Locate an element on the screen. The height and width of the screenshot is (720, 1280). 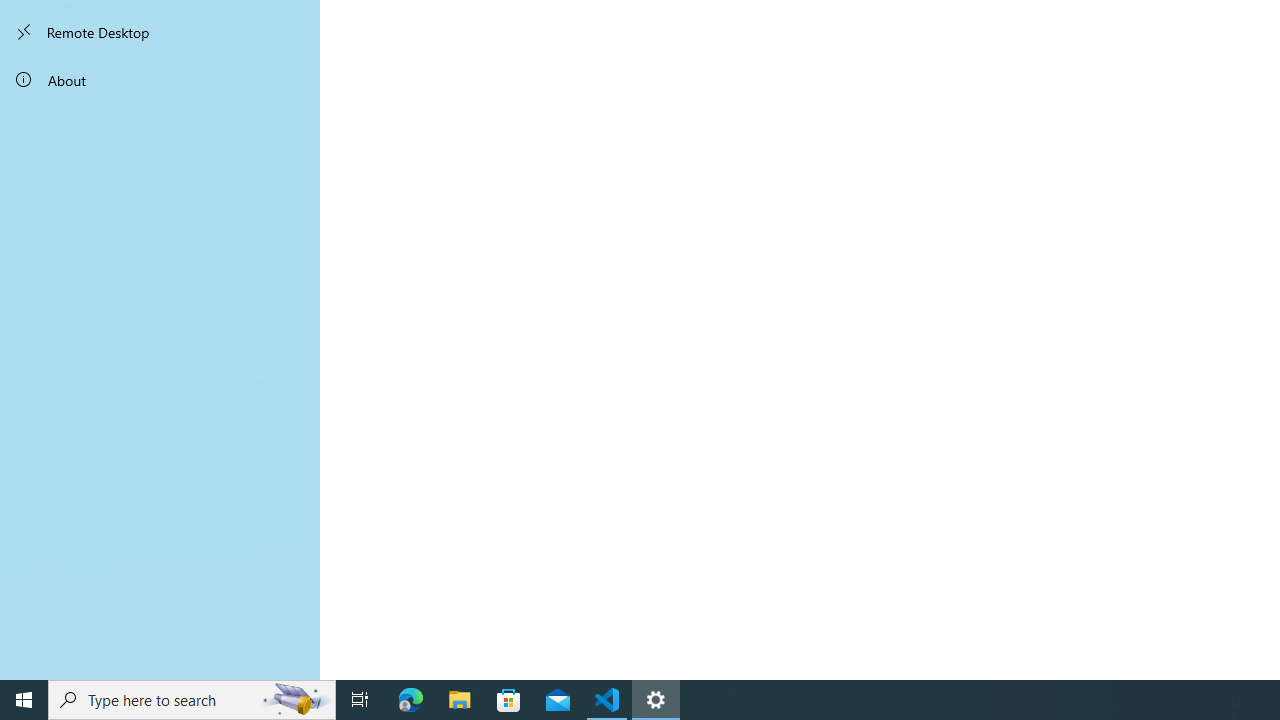
'About' is located at coordinates (160, 78).